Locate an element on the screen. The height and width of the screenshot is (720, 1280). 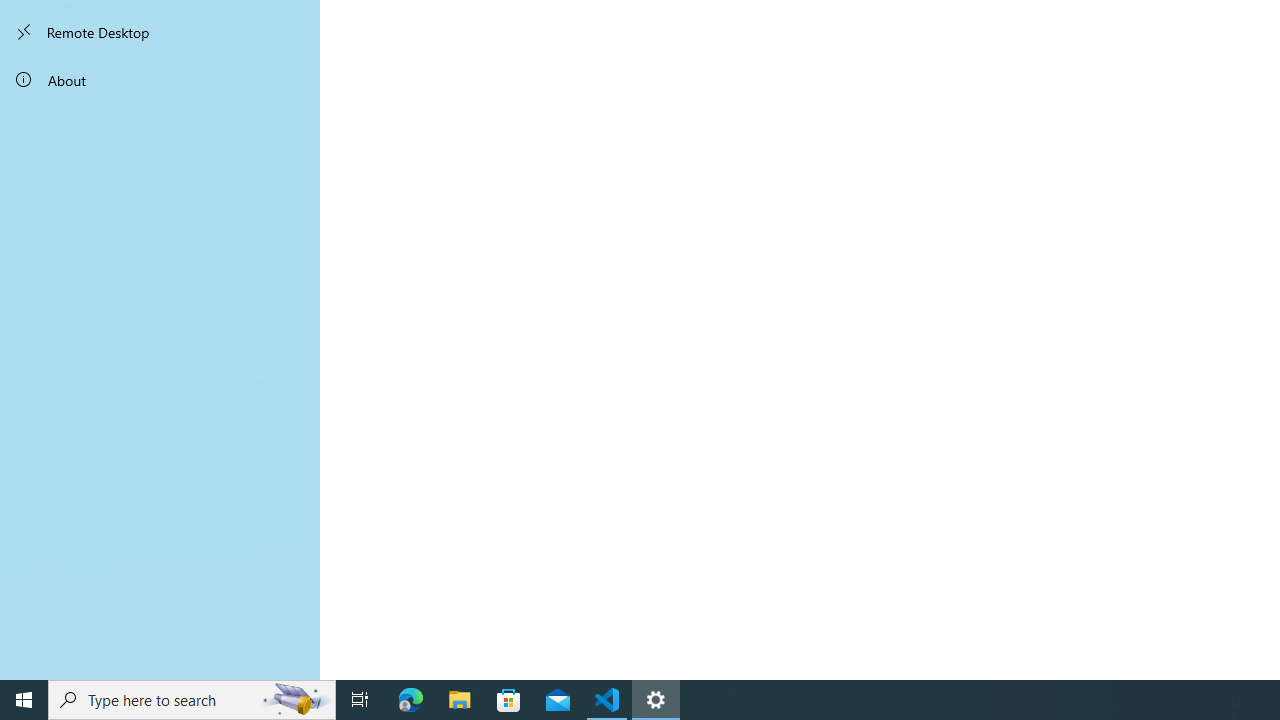
'About' is located at coordinates (160, 78).